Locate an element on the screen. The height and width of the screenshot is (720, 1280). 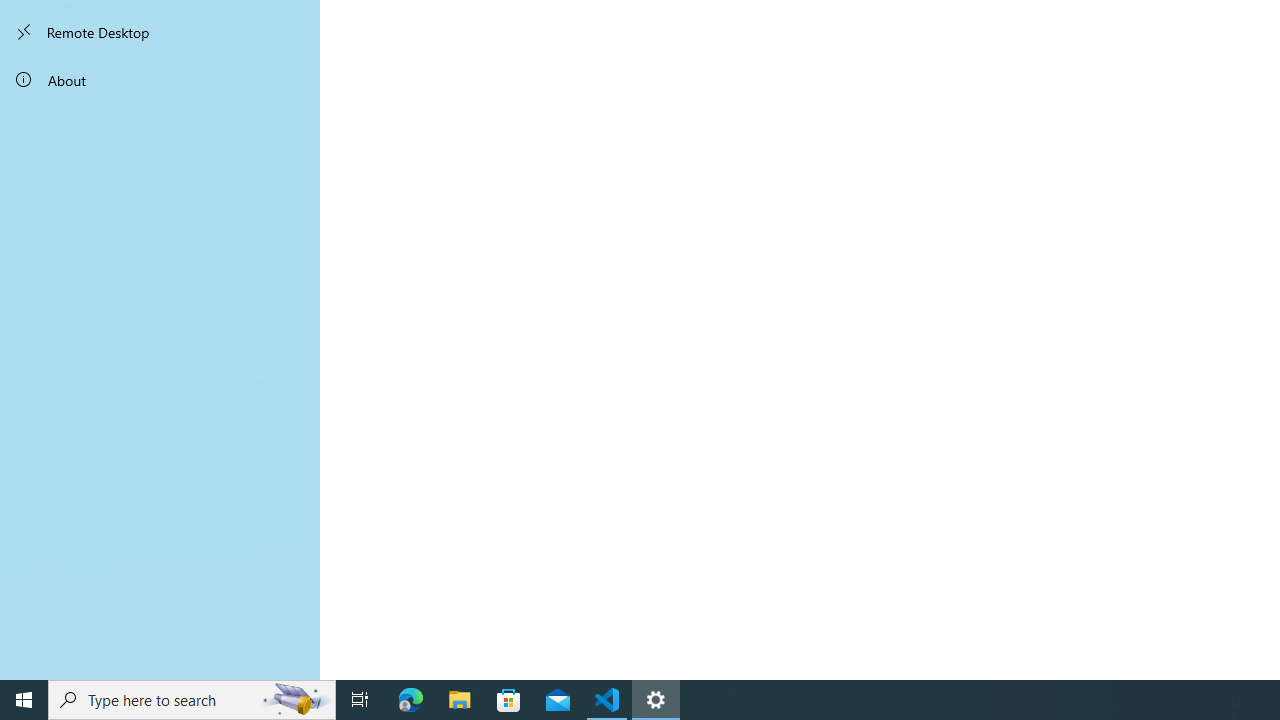
'About' is located at coordinates (160, 78).